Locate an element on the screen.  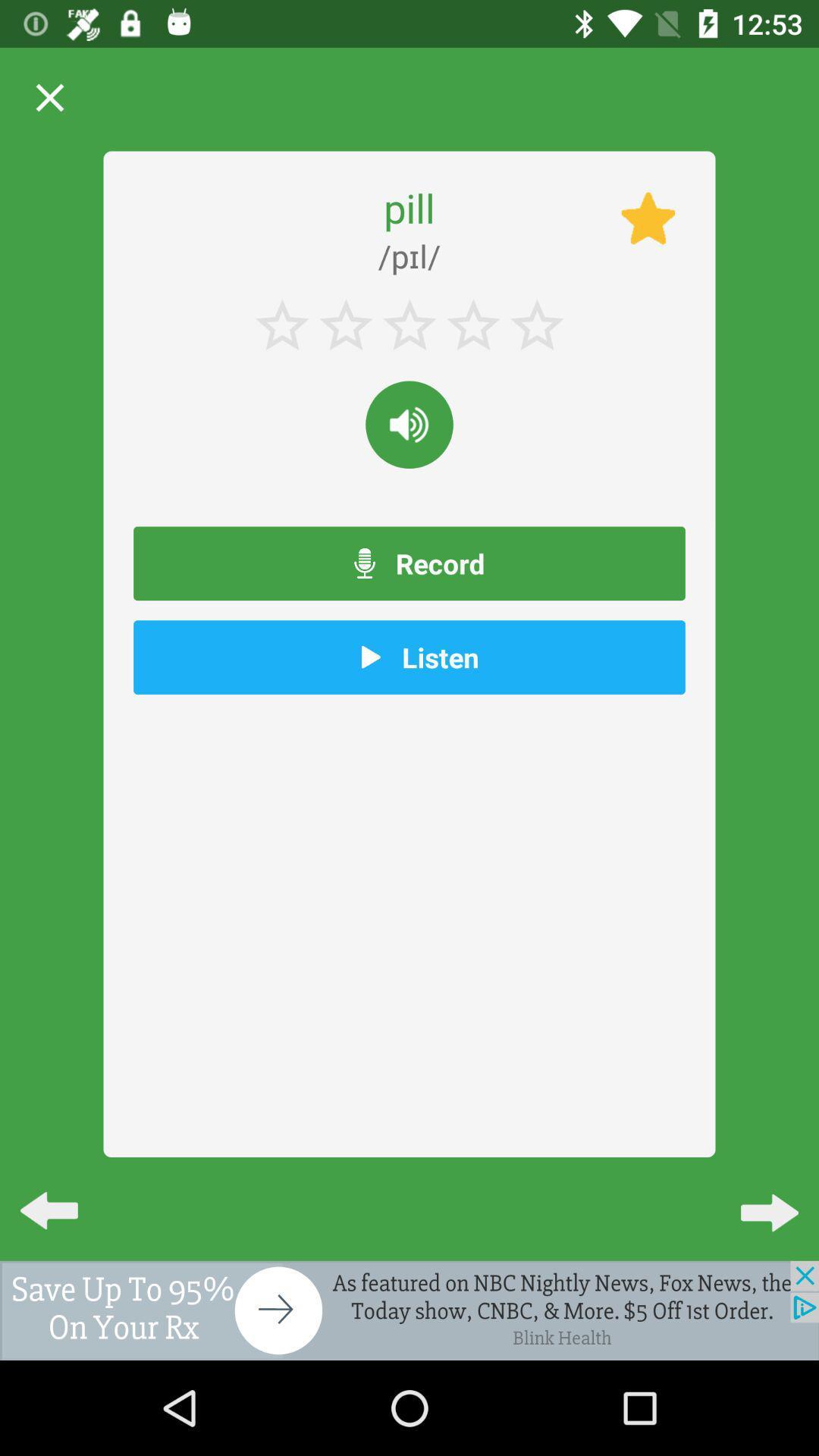
to adjust the volume is located at coordinates (409, 425).